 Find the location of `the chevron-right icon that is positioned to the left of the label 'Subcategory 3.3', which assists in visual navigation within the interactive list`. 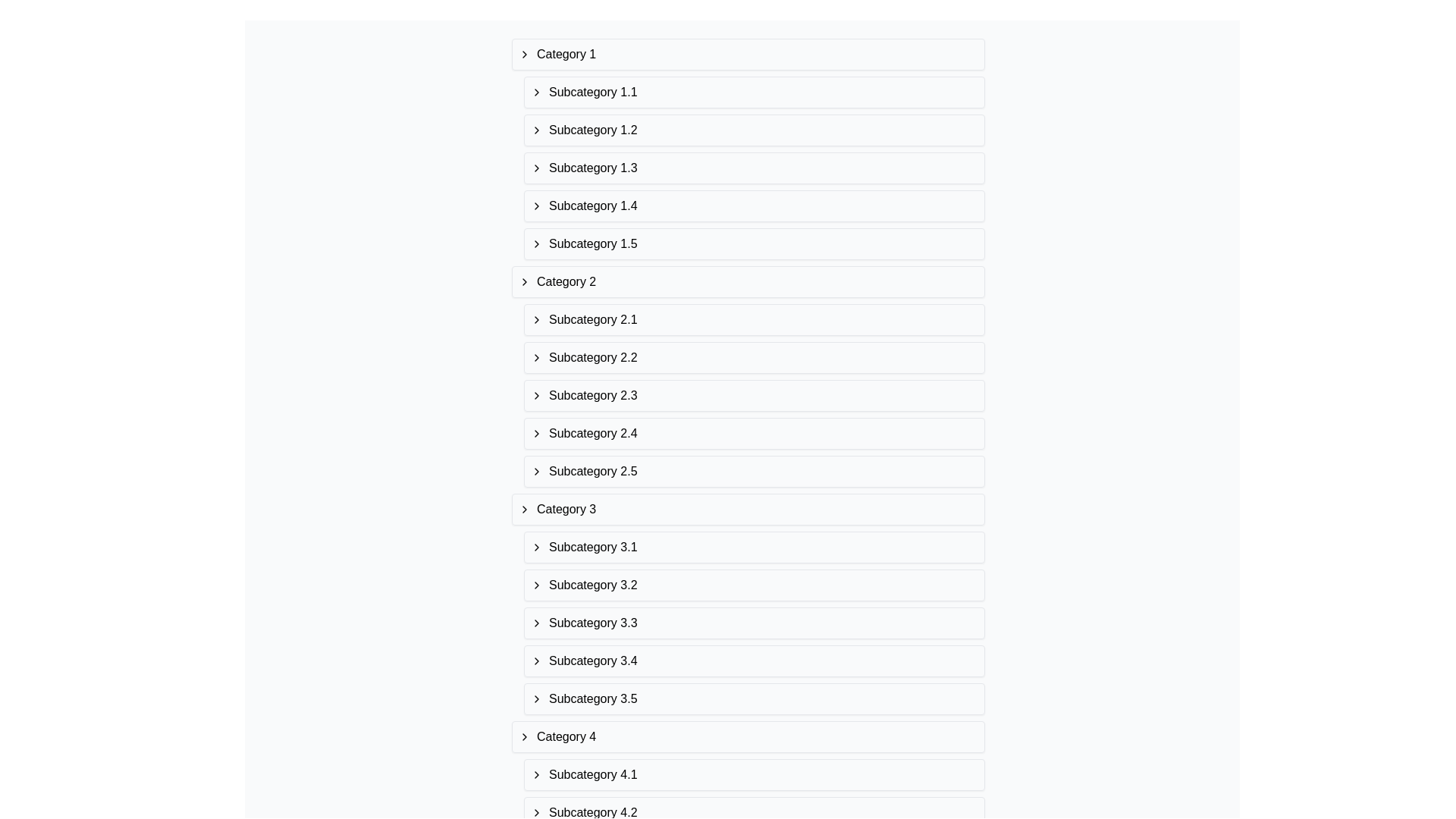

the chevron-right icon that is positioned to the left of the label 'Subcategory 3.3', which assists in visual navigation within the interactive list is located at coordinates (537, 623).